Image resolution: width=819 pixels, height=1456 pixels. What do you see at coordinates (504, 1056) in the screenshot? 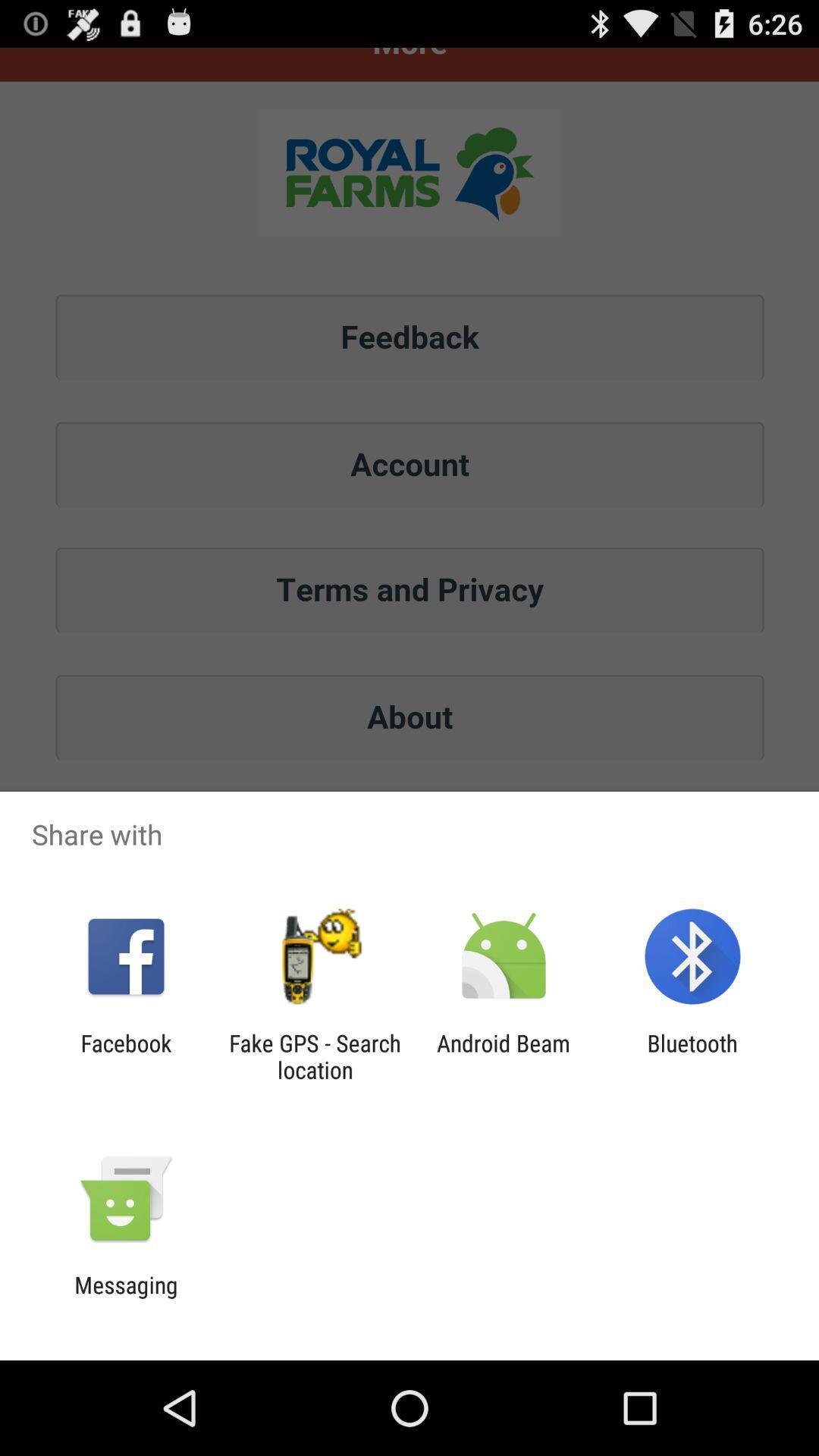
I see `icon to the left of bluetooth app` at bounding box center [504, 1056].